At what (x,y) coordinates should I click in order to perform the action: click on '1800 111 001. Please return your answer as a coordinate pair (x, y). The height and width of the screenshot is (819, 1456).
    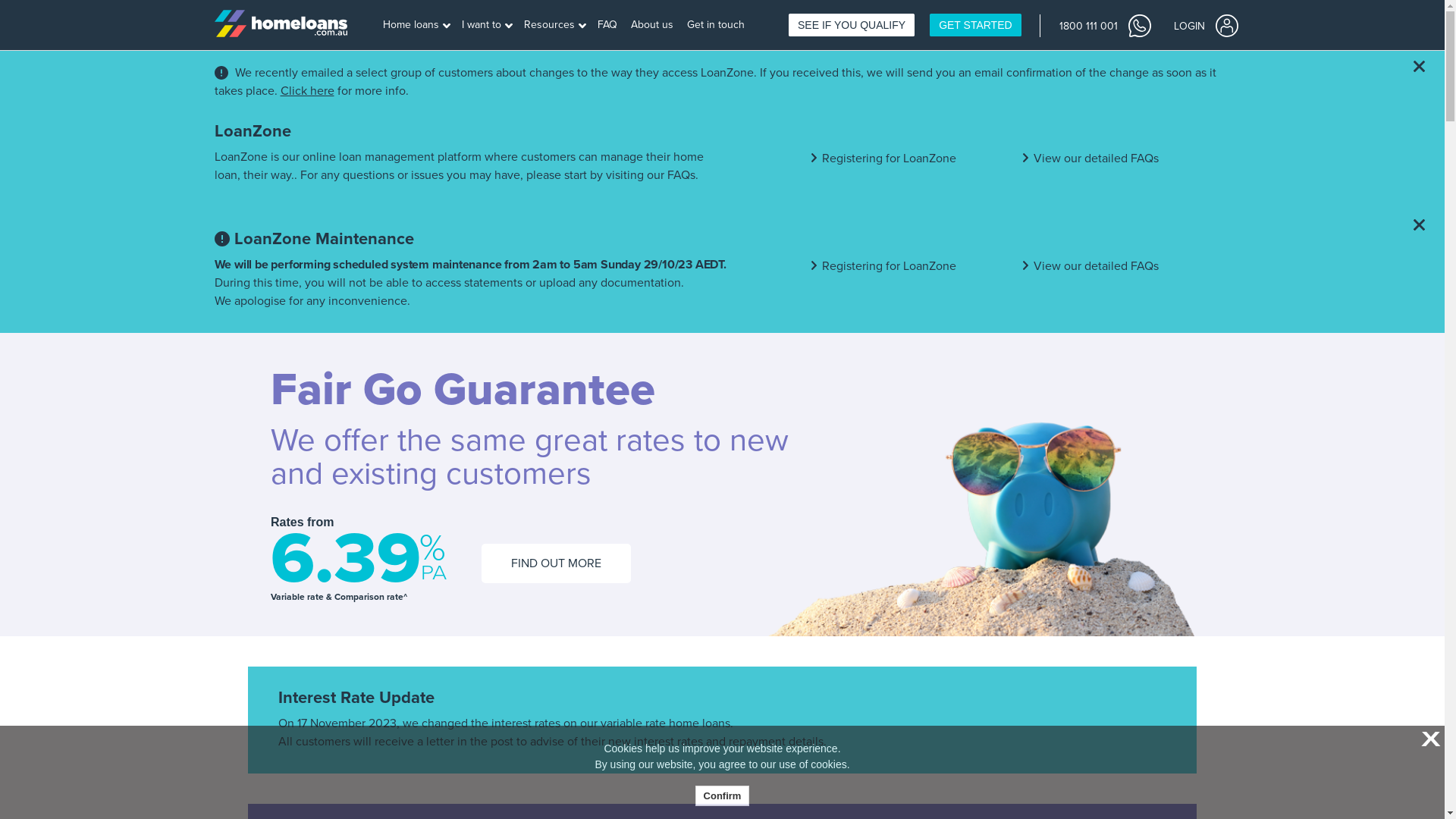
    Looking at the image, I should click on (1104, 25).